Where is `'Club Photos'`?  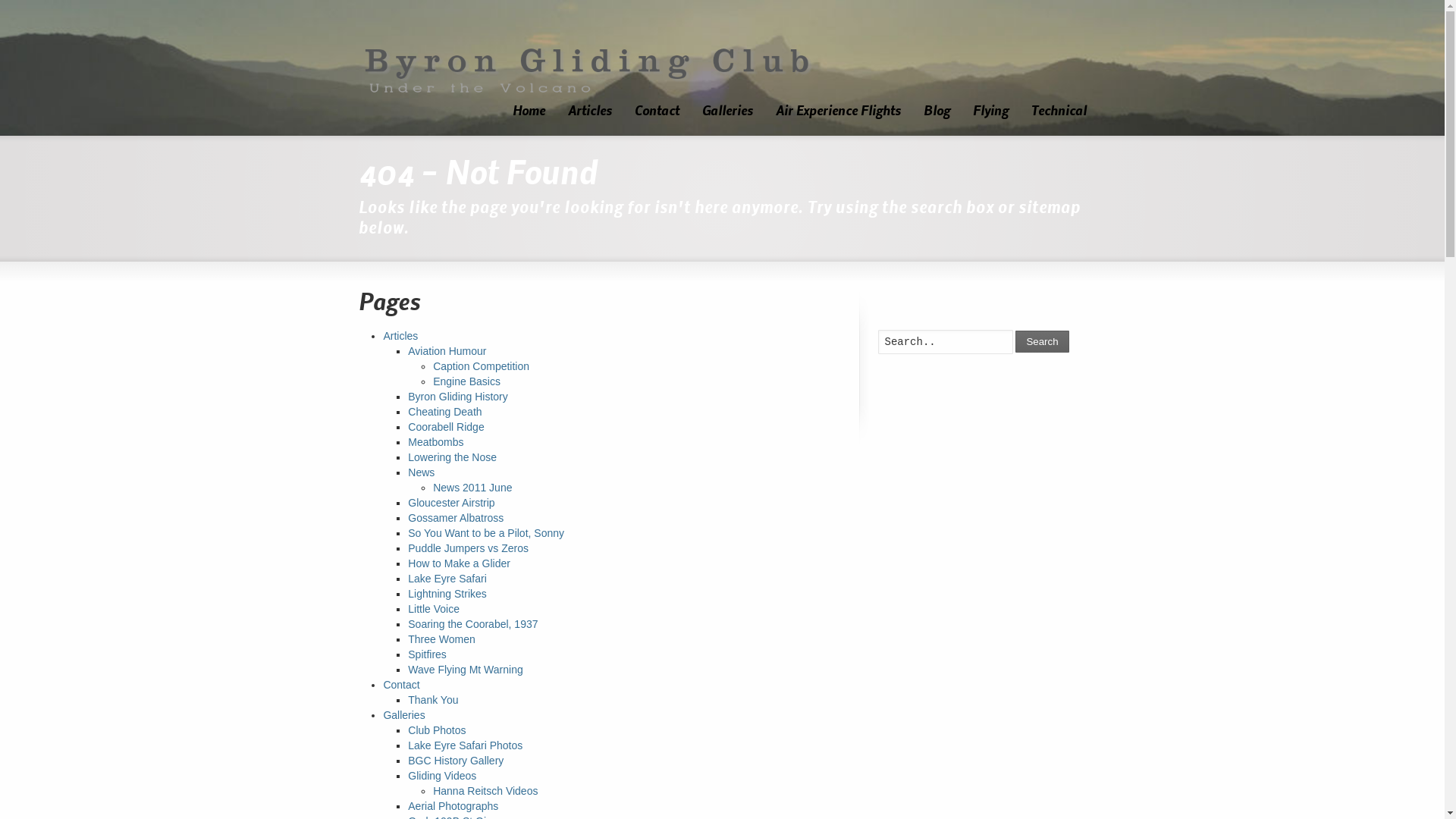
'Club Photos' is located at coordinates (436, 730).